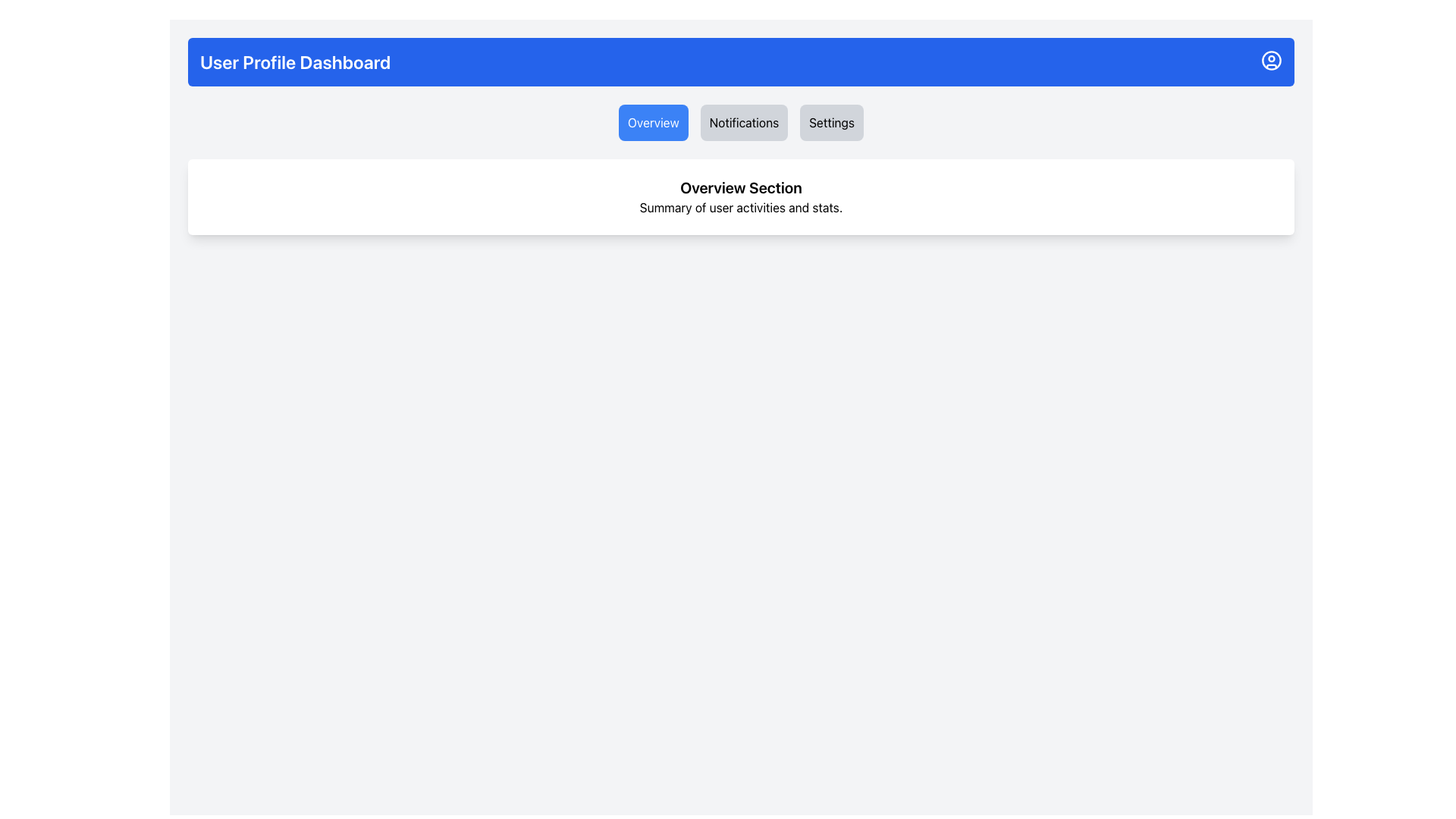 This screenshot has width=1456, height=819. I want to click on the settings button, which is the third button from the left in a row of three buttons below the blue header bar, so click(831, 122).